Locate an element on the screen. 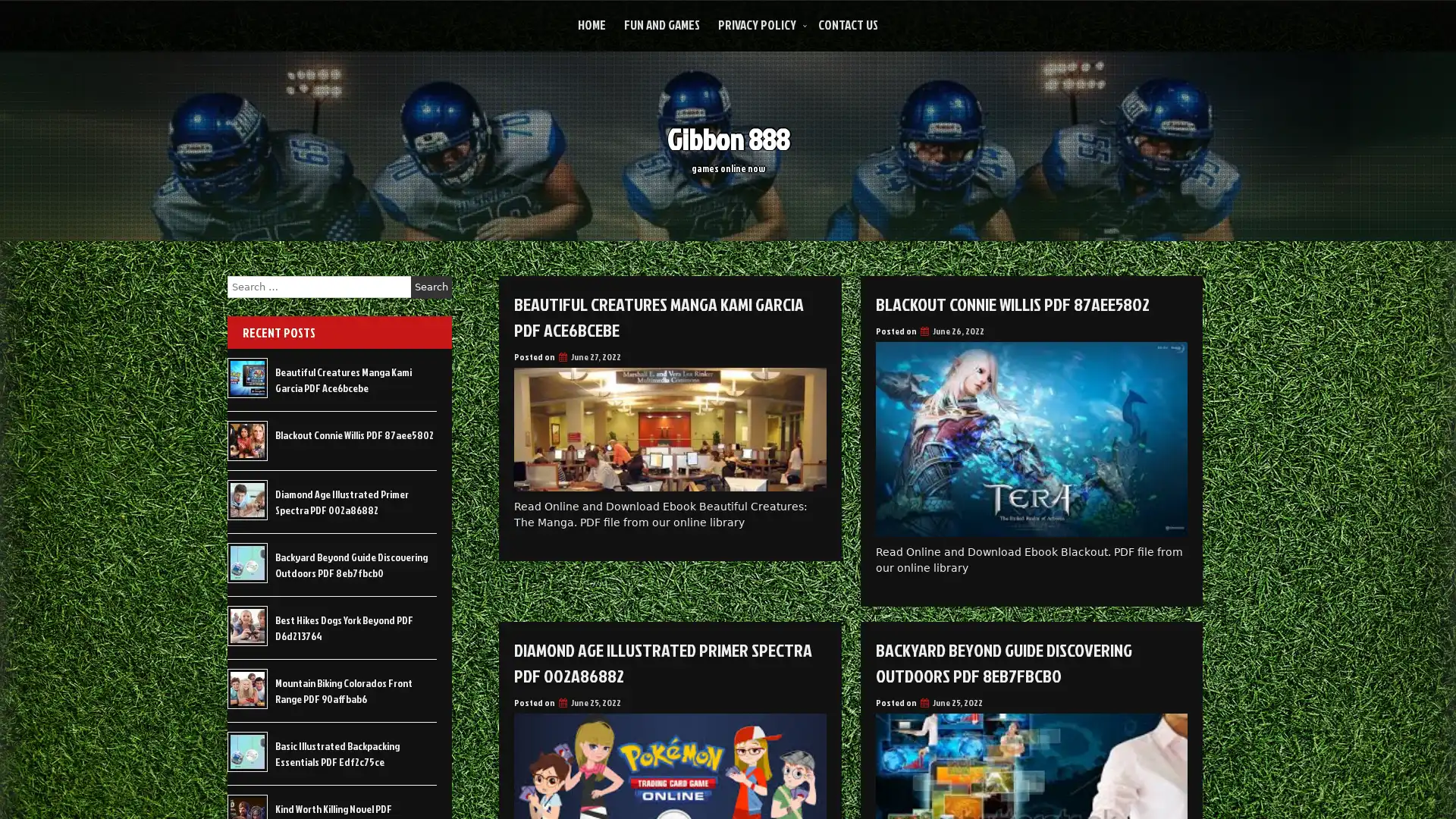  Search is located at coordinates (431, 287).